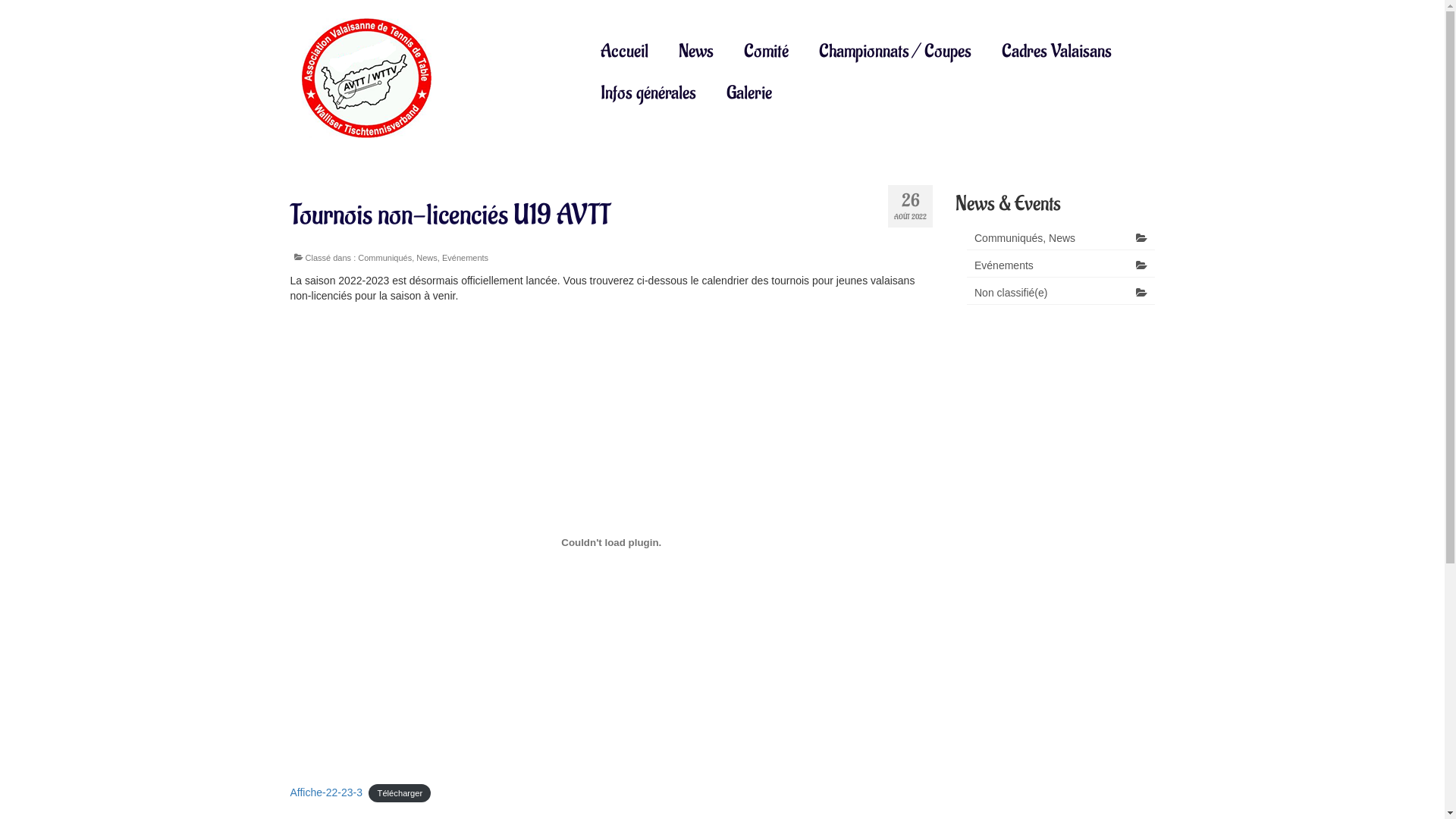  What do you see at coordinates (895, 50) in the screenshot?
I see `'Championnats / Coupes'` at bounding box center [895, 50].